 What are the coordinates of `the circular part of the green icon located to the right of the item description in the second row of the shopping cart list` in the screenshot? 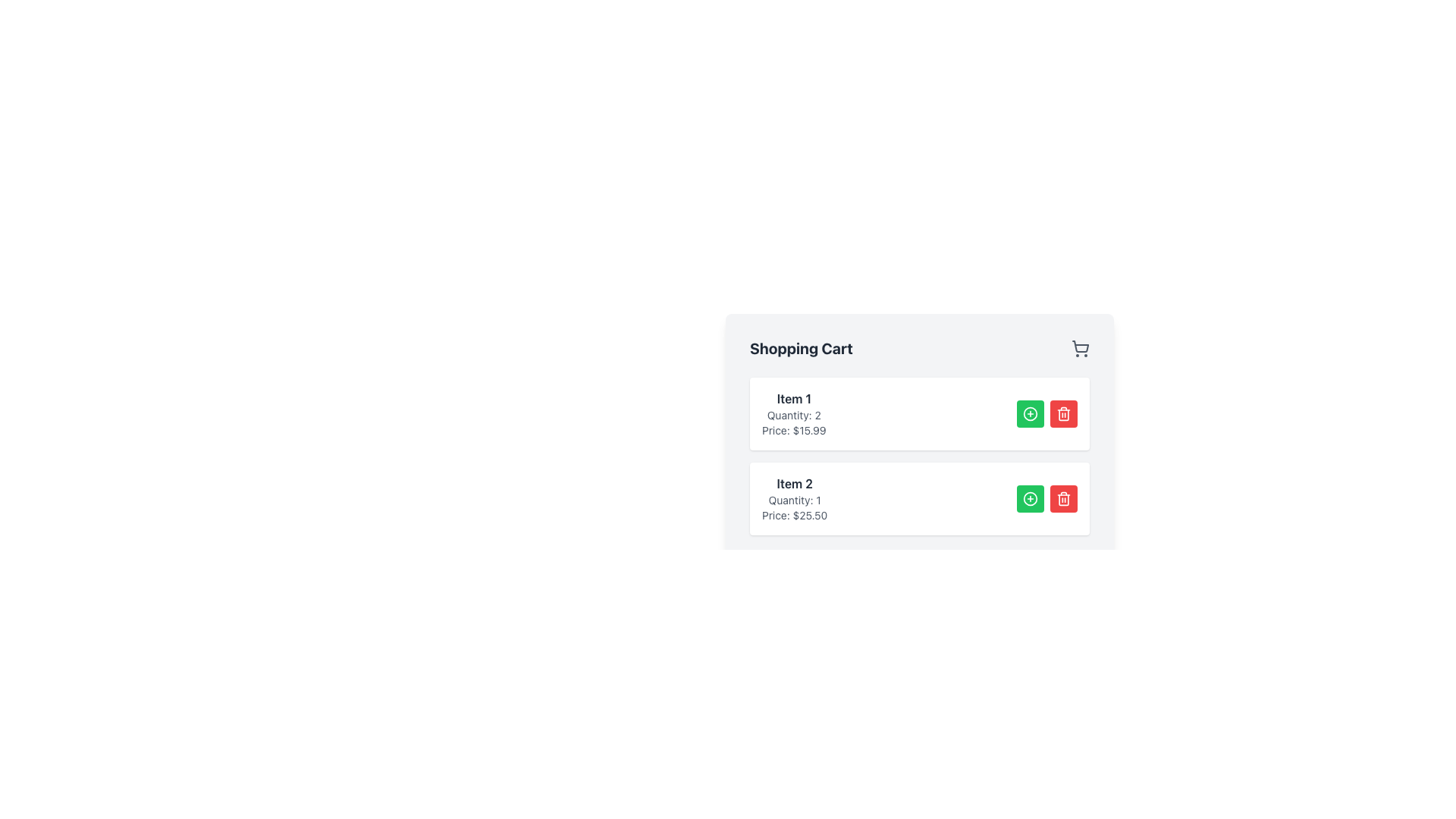 It's located at (1030, 499).